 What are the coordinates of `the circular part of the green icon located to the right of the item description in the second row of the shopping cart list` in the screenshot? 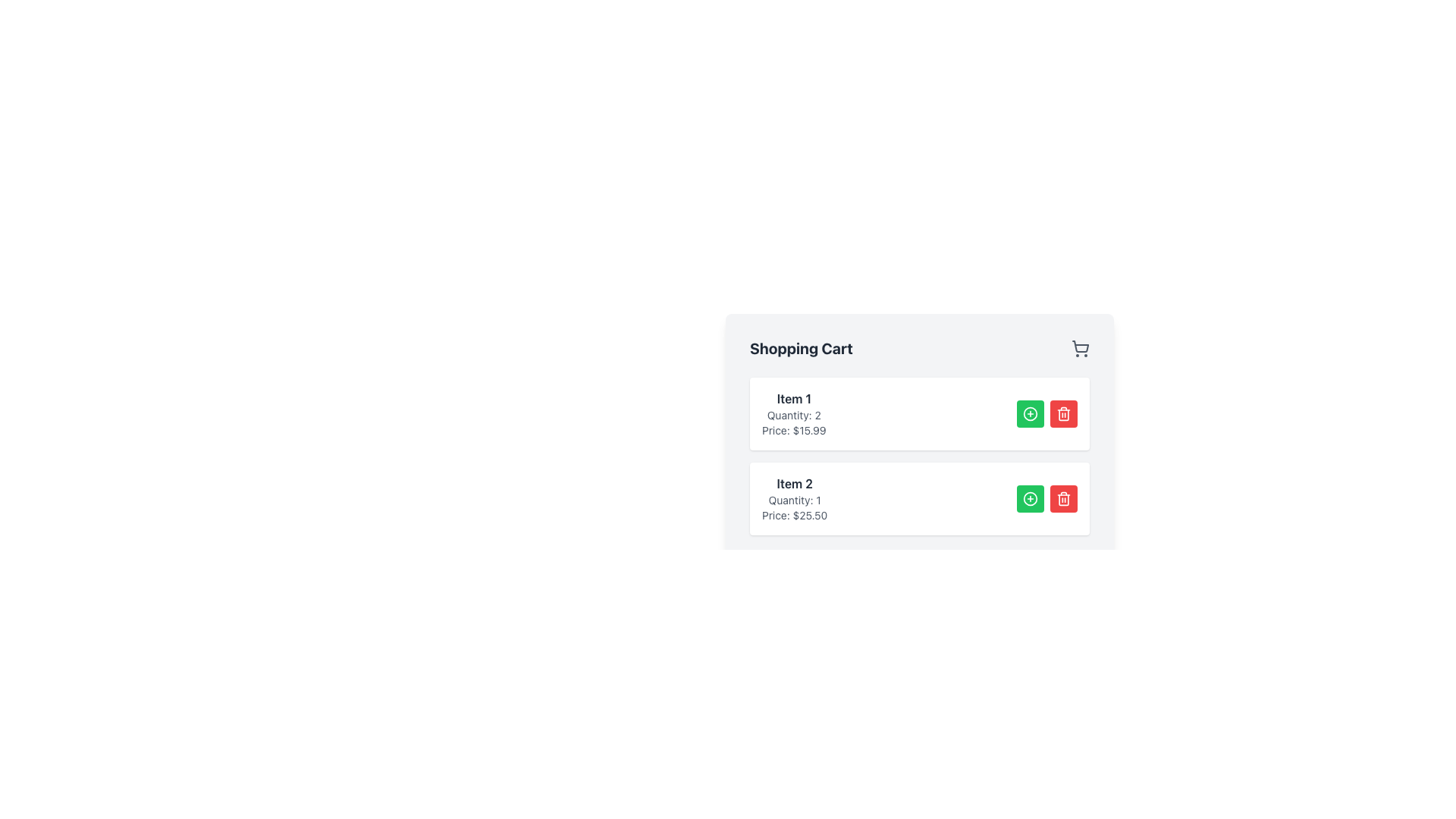 It's located at (1030, 499).